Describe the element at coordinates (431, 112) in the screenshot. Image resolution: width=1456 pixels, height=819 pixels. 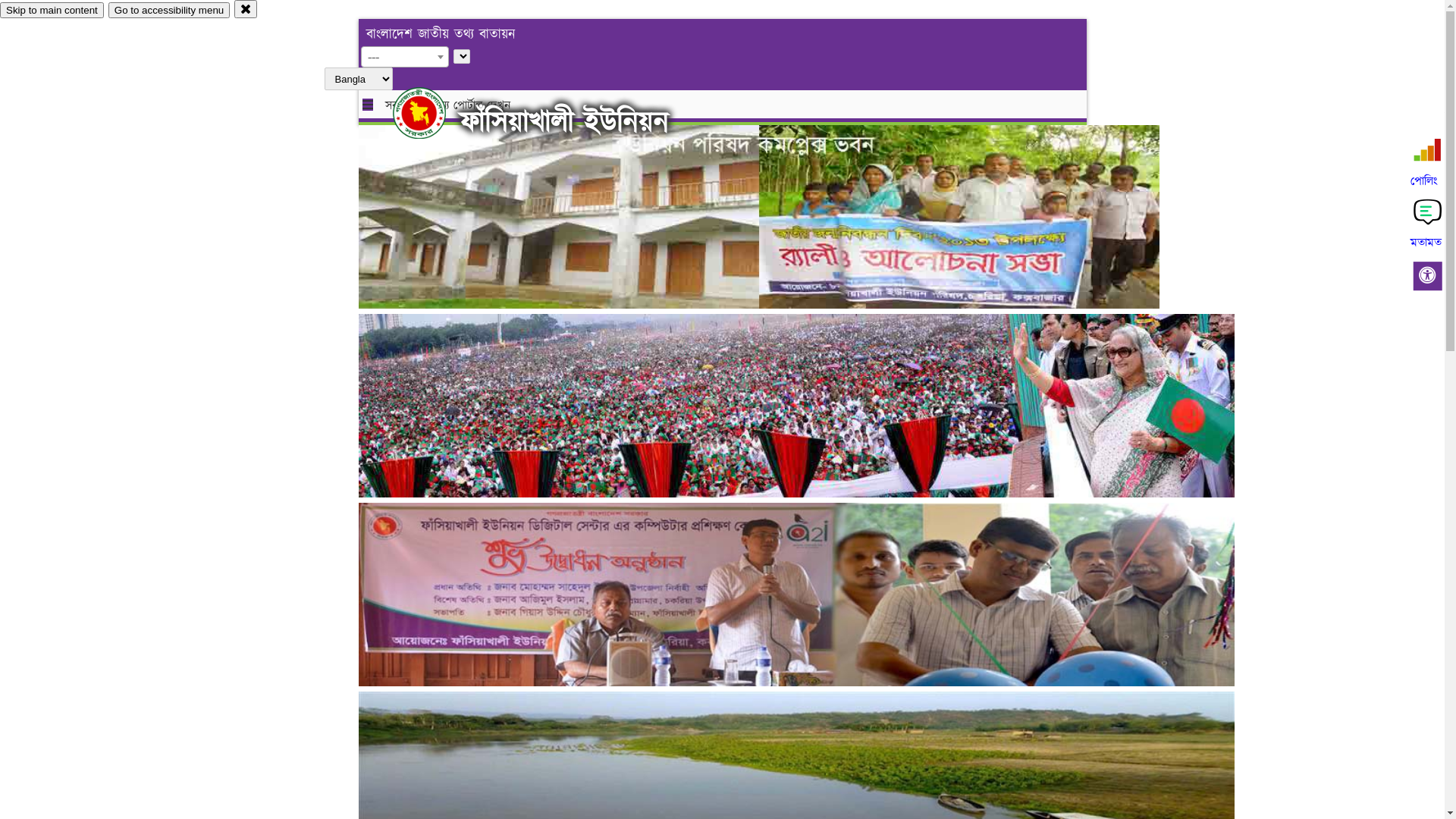
I see `'` at that location.